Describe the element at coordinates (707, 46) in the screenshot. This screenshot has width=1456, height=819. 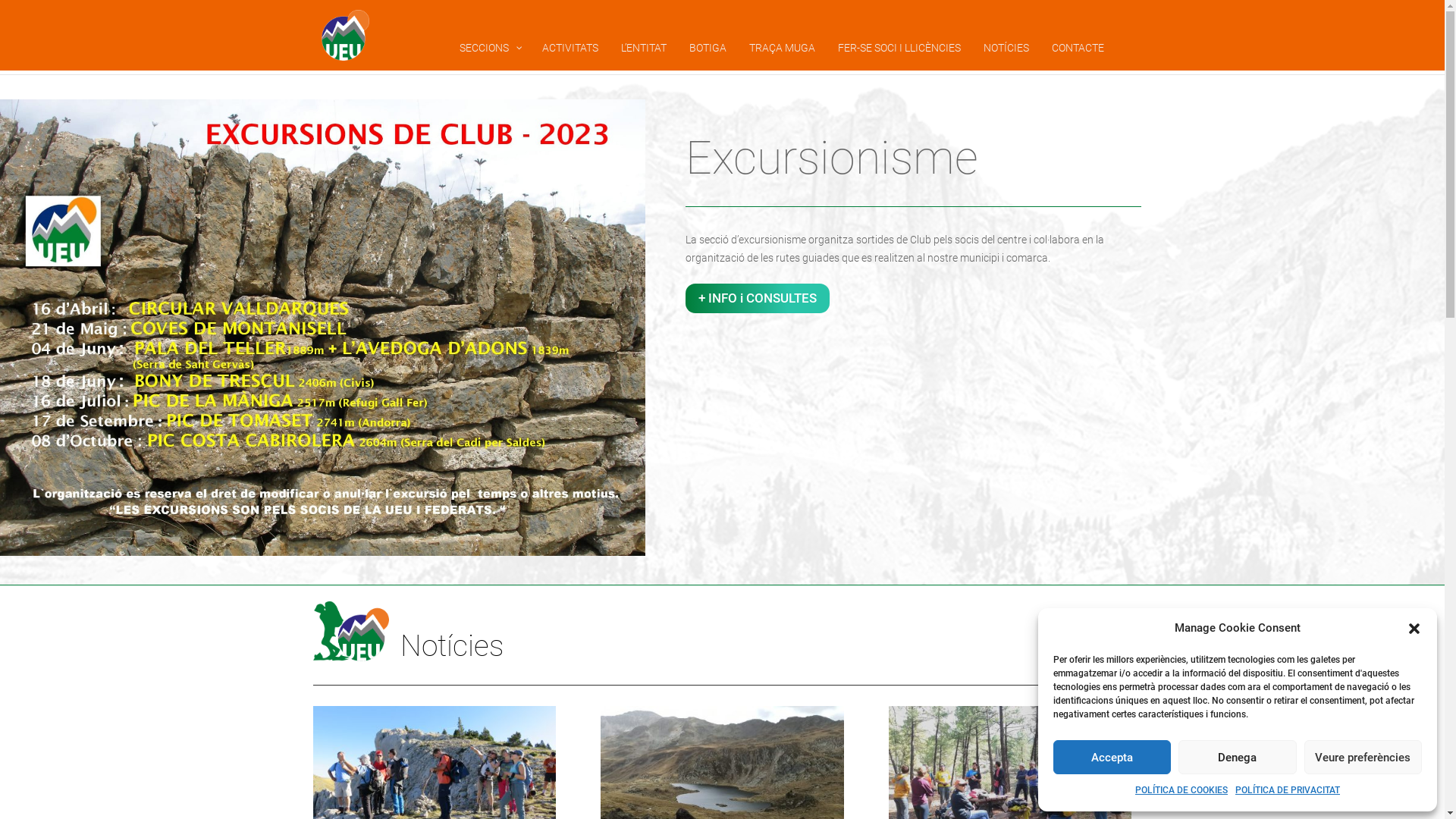
I see `'BOTIGA'` at that location.